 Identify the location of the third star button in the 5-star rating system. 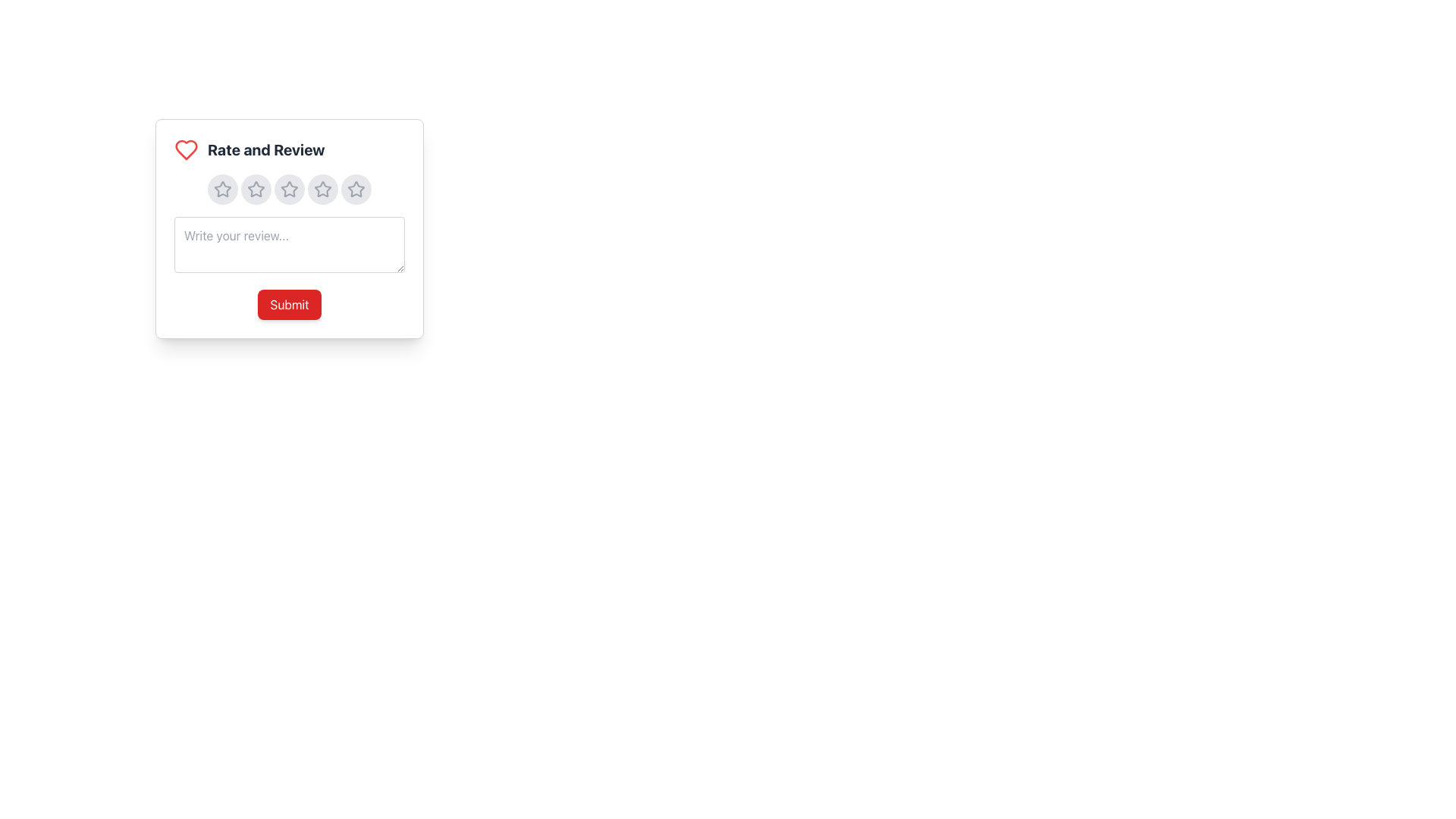
(290, 189).